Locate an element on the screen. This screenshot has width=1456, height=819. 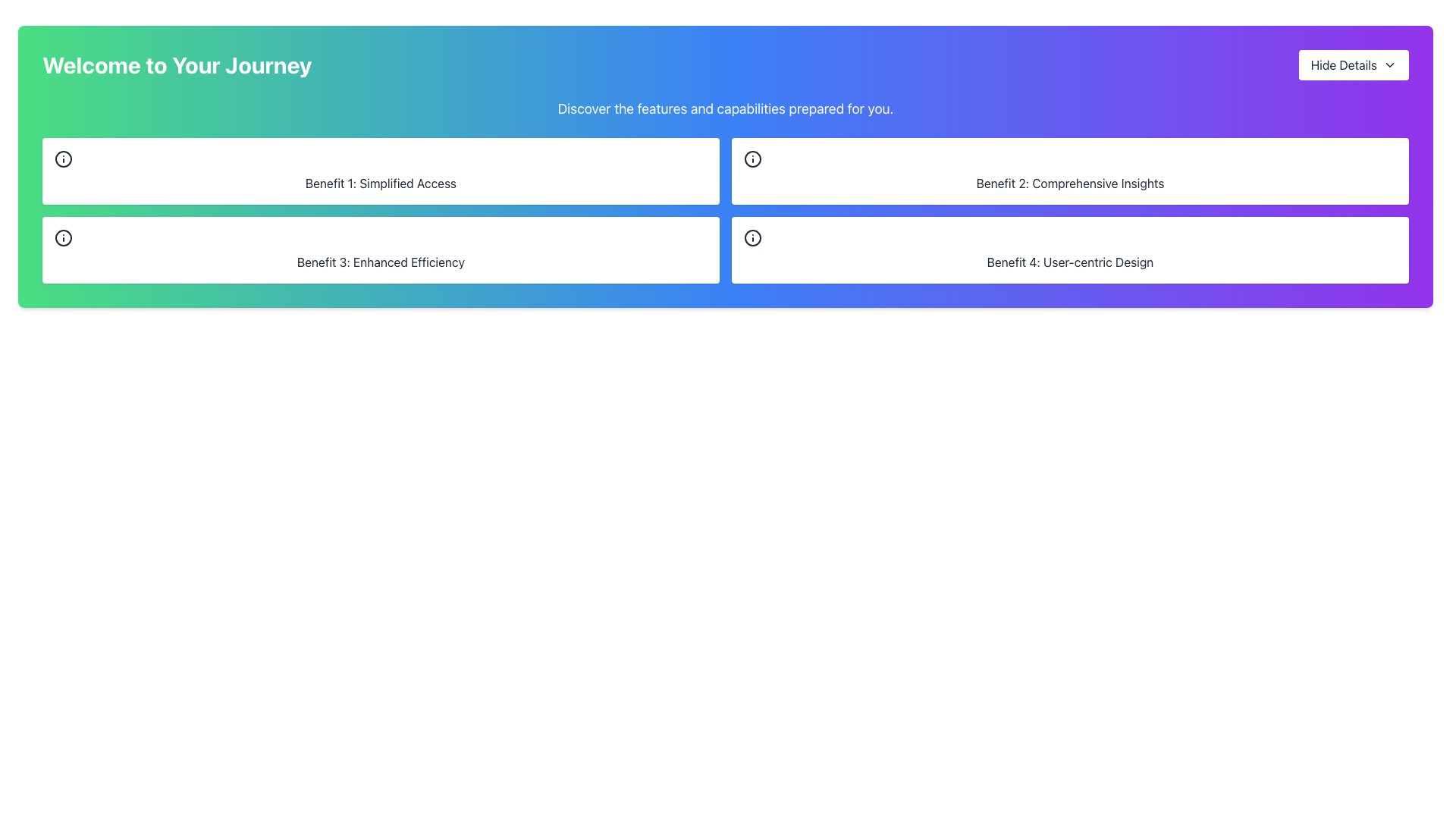
the Informational Card that highlights 'Simplified Access', positioned in the upper-left quadrant of the grid layout is located at coordinates (381, 171).